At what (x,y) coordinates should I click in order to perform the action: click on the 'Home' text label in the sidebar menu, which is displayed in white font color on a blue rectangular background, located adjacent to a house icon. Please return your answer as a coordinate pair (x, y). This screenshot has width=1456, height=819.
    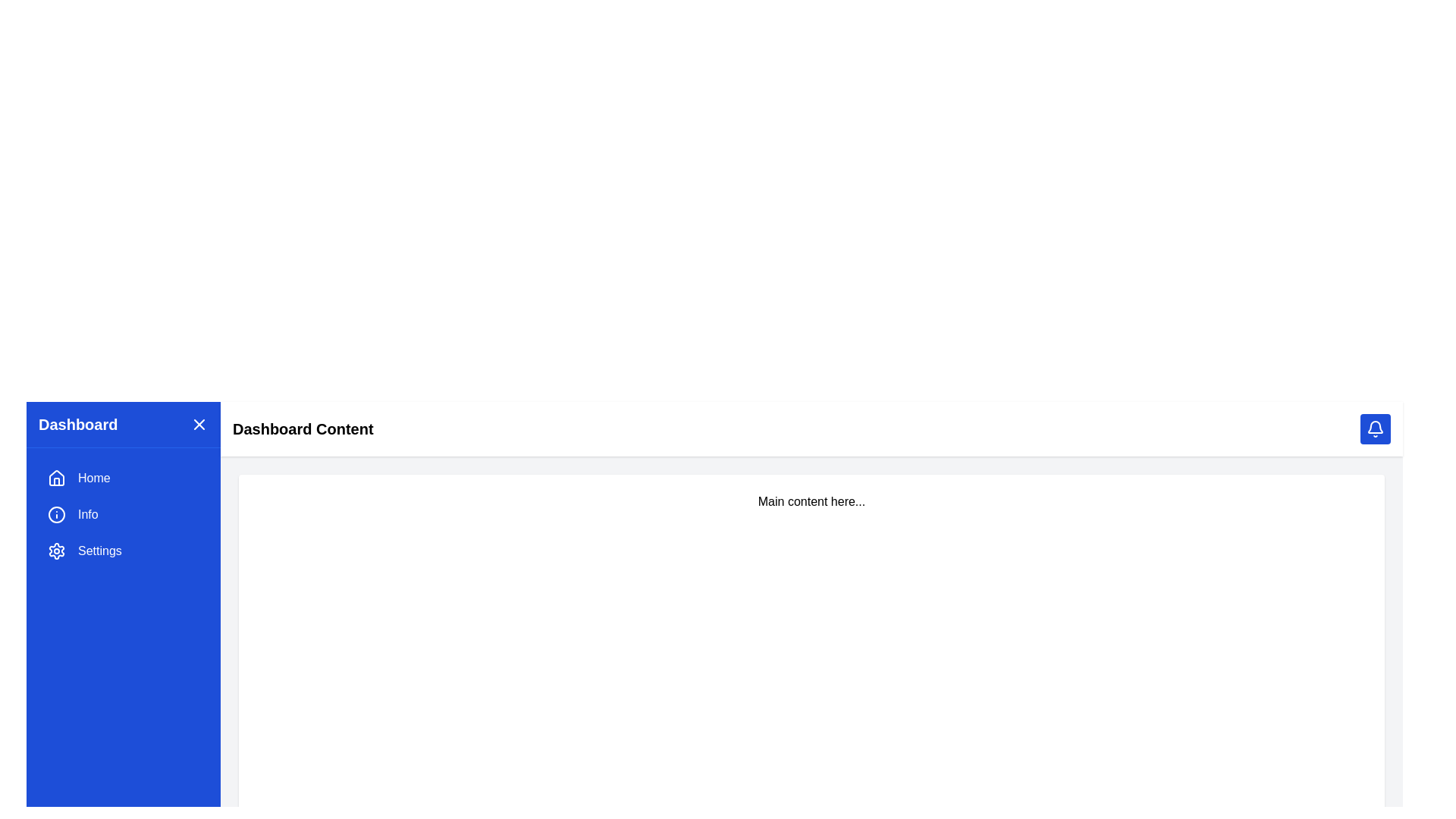
    Looking at the image, I should click on (93, 479).